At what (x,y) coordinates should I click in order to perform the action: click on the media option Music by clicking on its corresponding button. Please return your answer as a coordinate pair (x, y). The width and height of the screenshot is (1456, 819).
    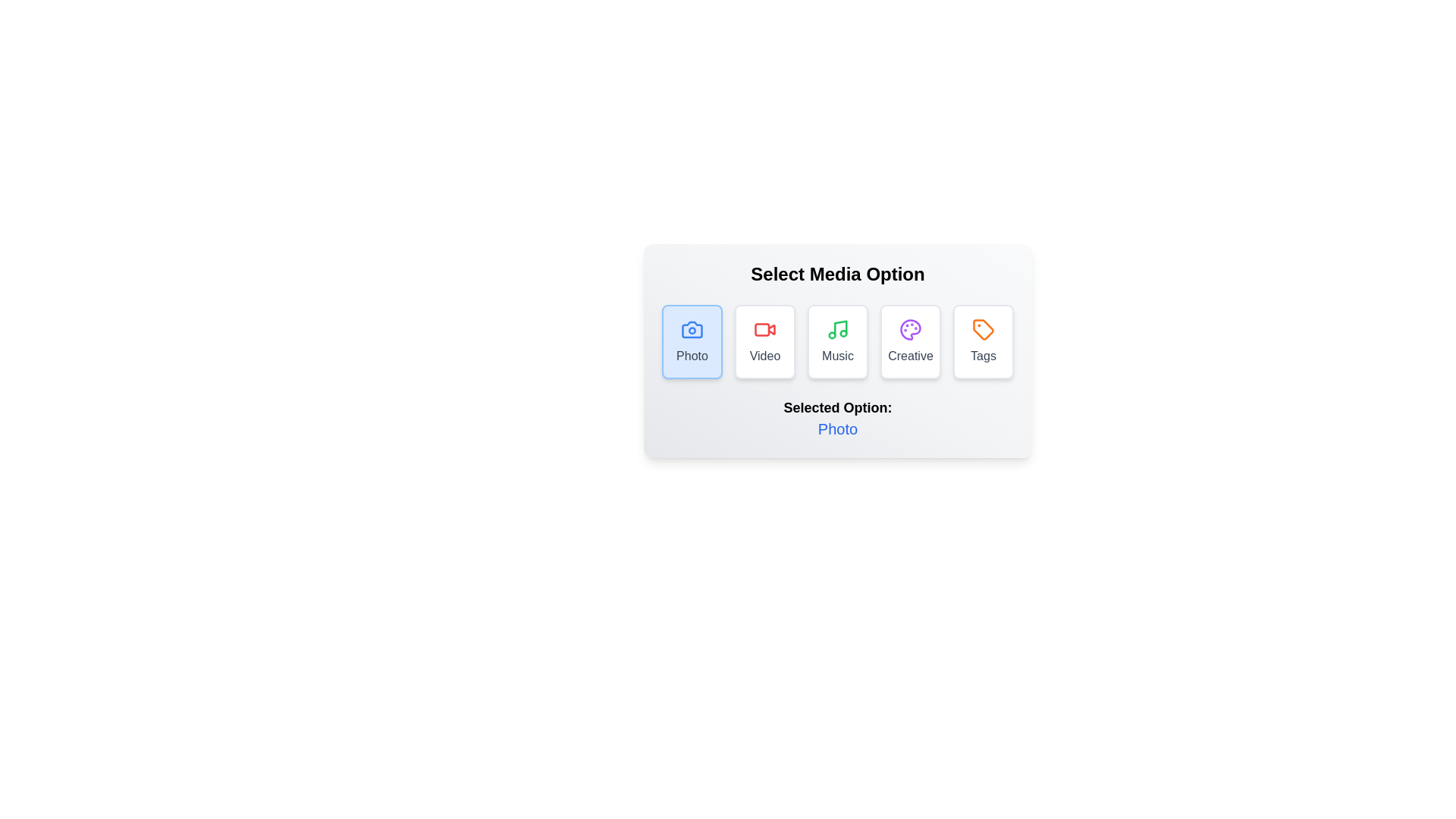
    Looking at the image, I should click on (836, 342).